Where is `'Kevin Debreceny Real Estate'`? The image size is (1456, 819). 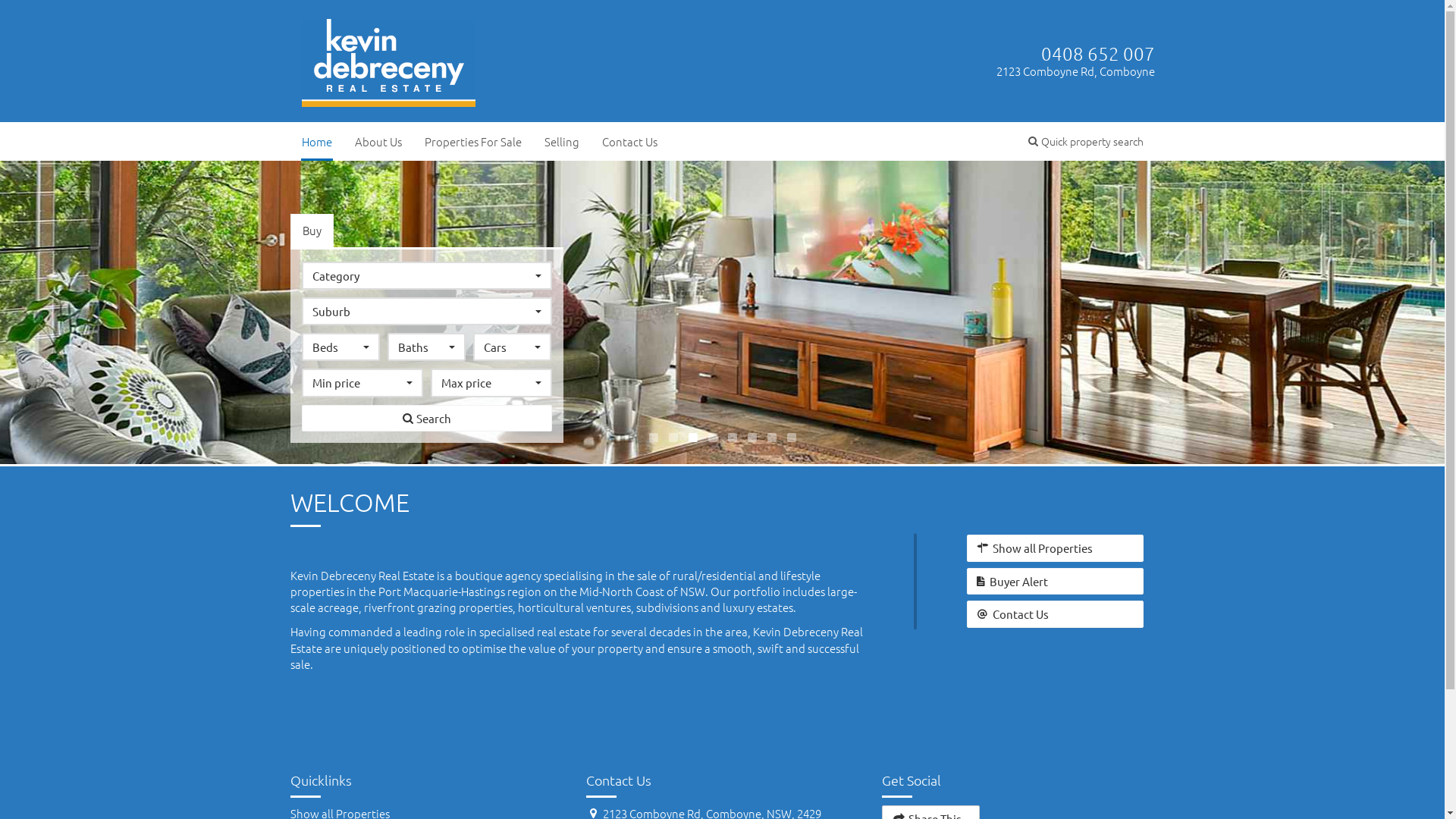
'Kevin Debreceny Real Estate' is located at coordinates (389, 58).